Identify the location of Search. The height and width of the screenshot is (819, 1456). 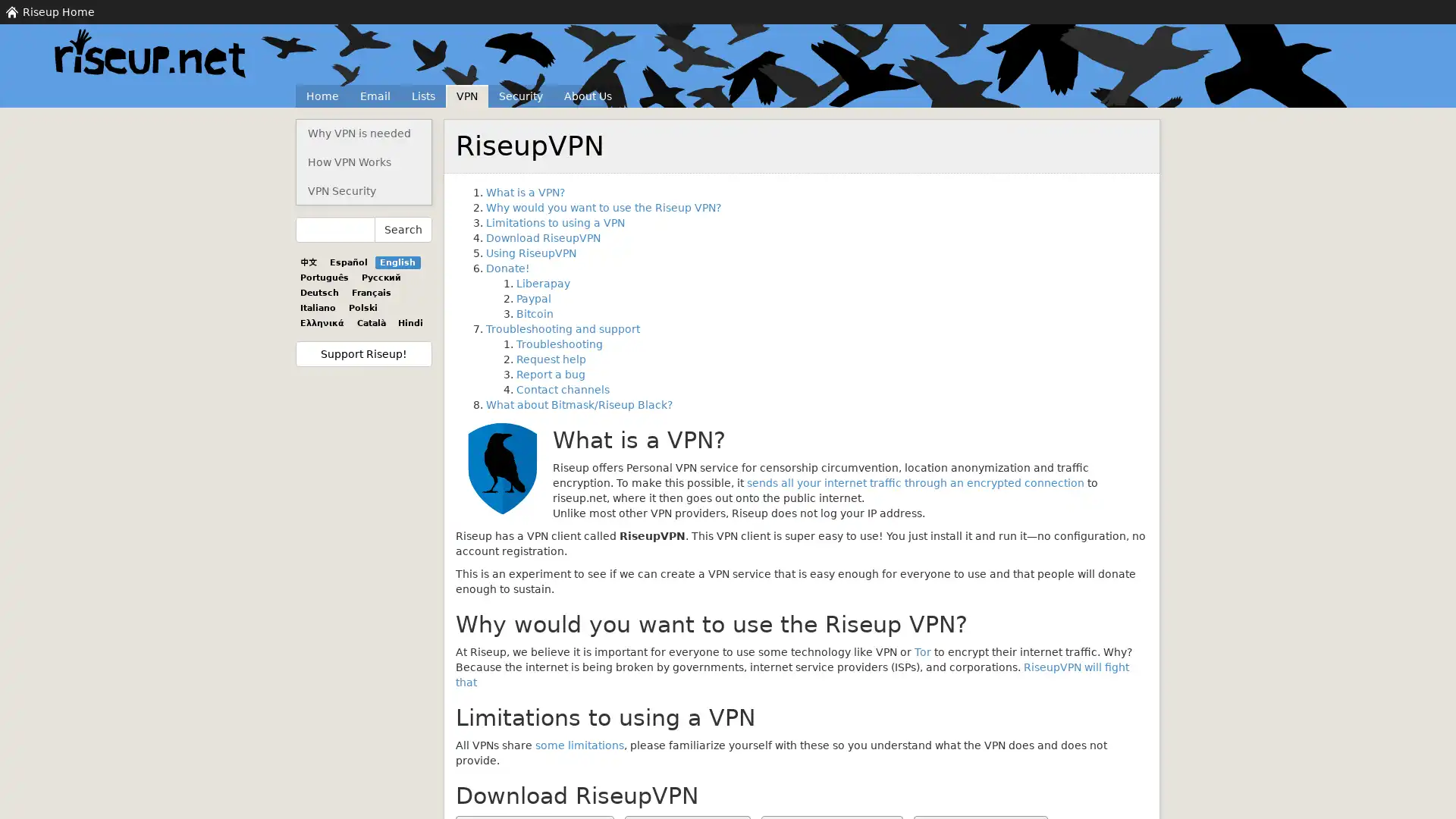
(403, 230).